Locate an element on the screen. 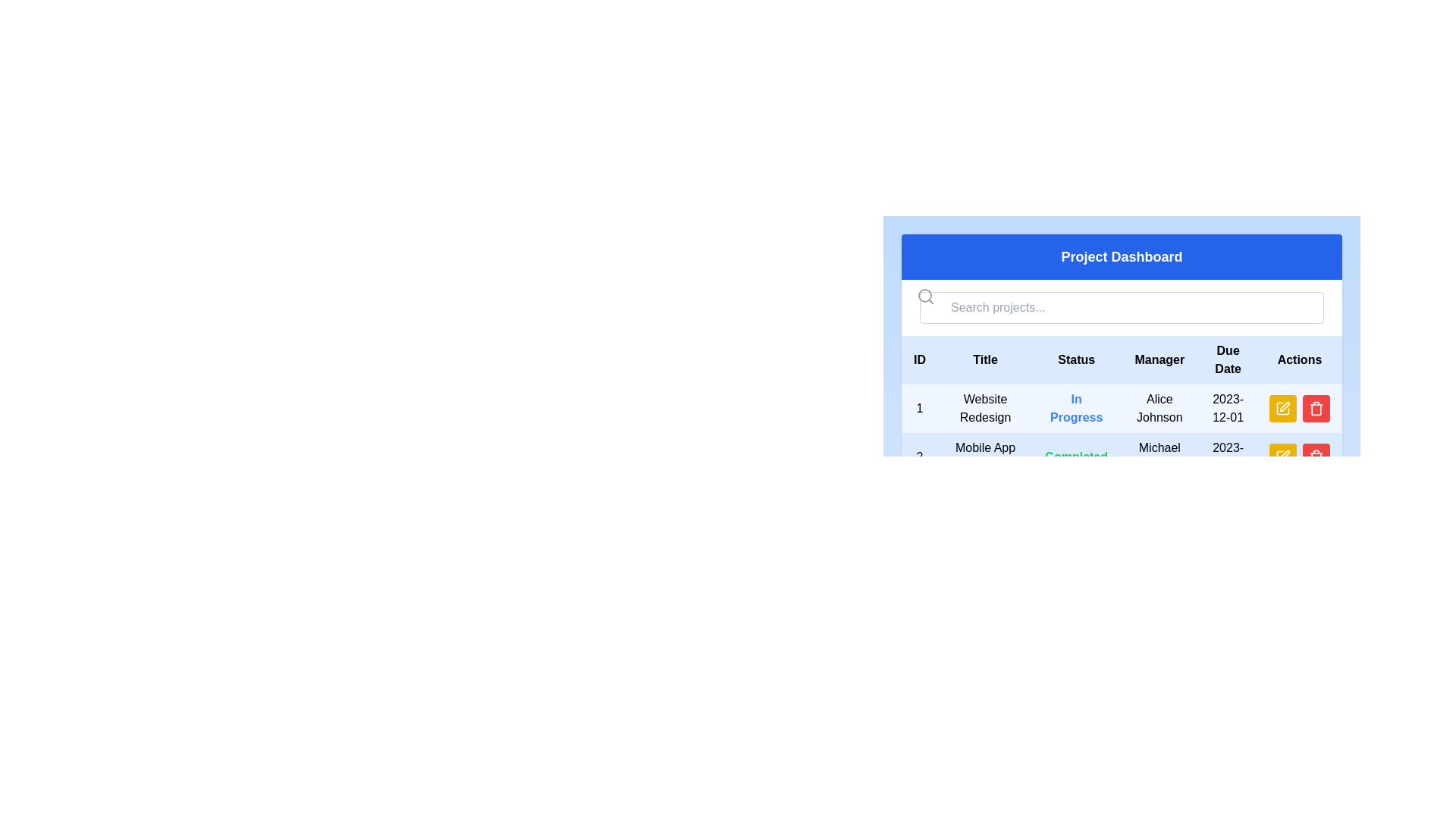 This screenshot has width=1456, height=819. the pen-shaped icon located in the 'Actions' column of the first row in the table is located at coordinates (1284, 406).